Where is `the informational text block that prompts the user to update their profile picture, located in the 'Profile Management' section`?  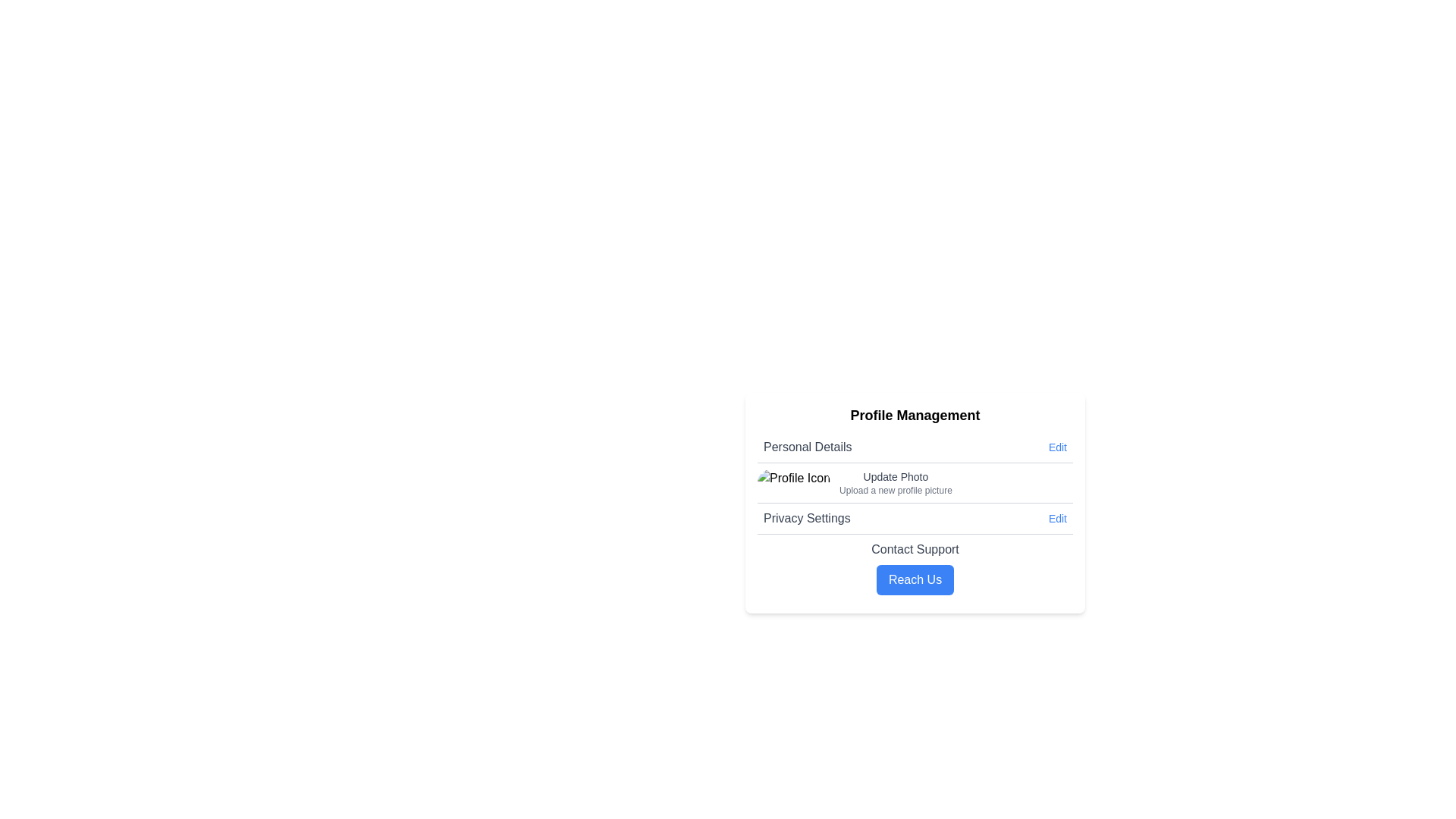 the informational text block that prompts the user to update their profile picture, located in the 'Profile Management' section is located at coordinates (896, 482).